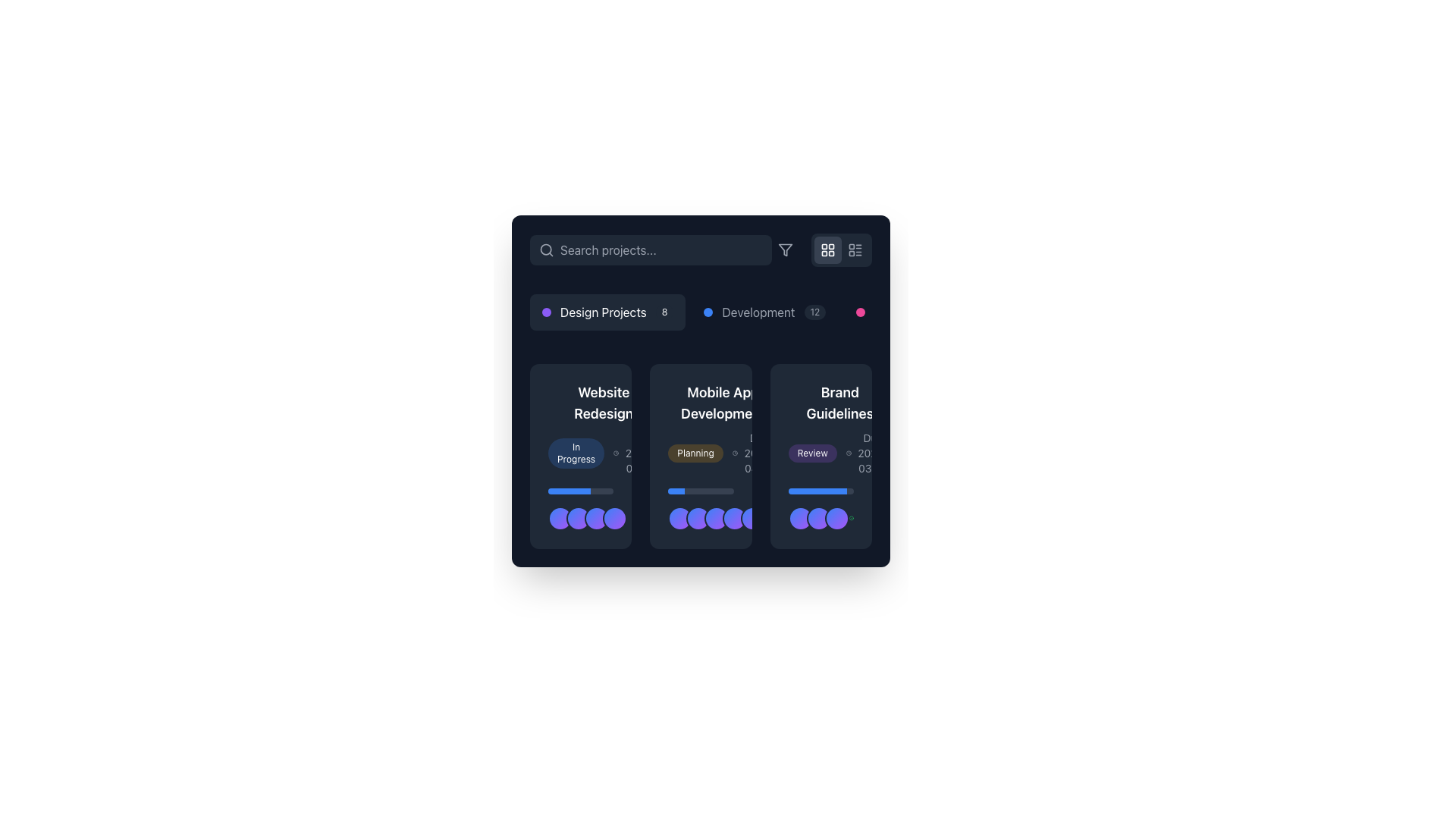 The width and height of the screenshot is (1456, 819). What do you see at coordinates (855, 249) in the screenshot?
I see `the rounded button icon with a dark background and a list layout glyph located in the top-right corner of the interface` at bounding box center [855, 249].